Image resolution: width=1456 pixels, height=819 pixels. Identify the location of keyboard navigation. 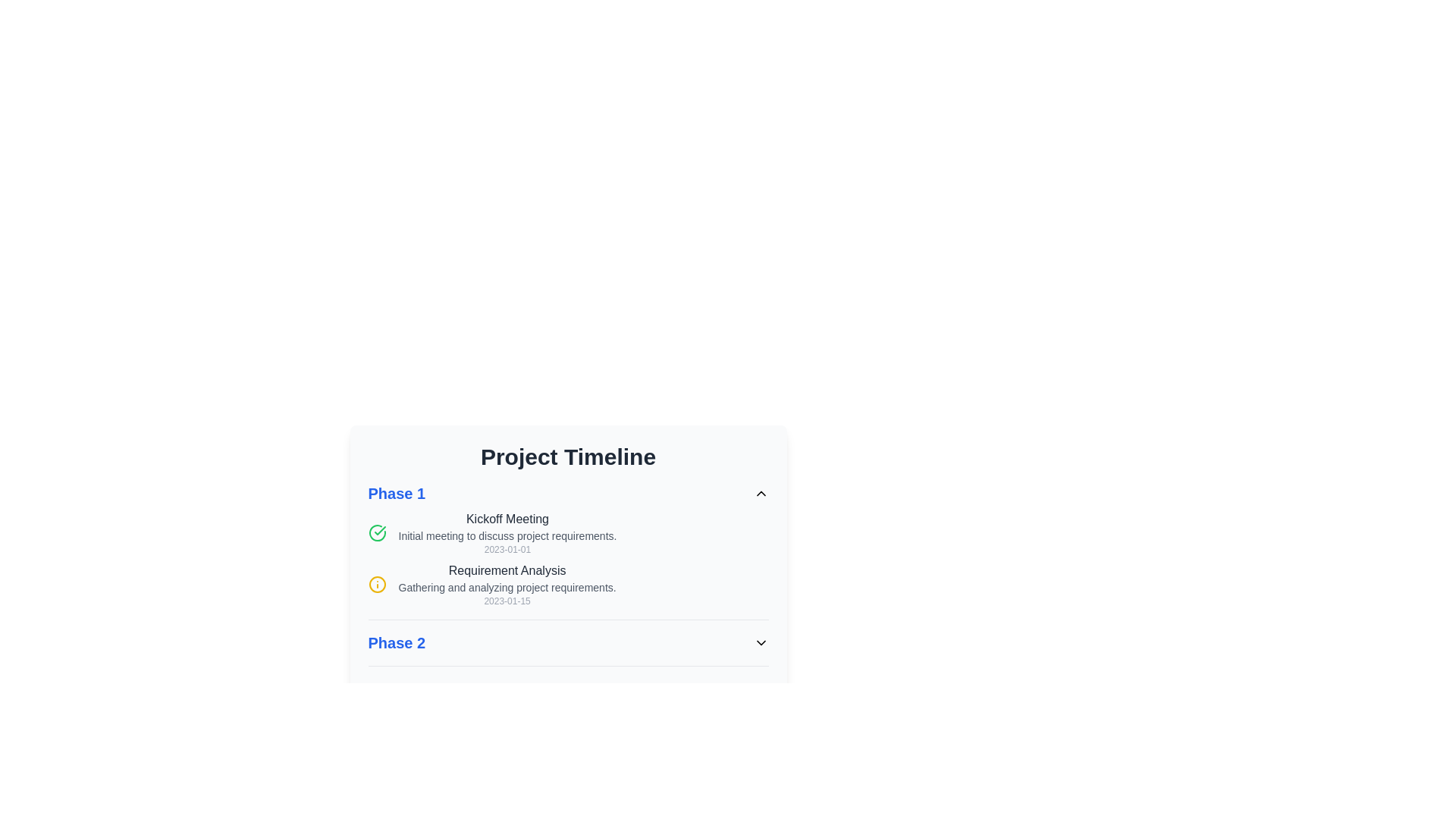
(567, 532).